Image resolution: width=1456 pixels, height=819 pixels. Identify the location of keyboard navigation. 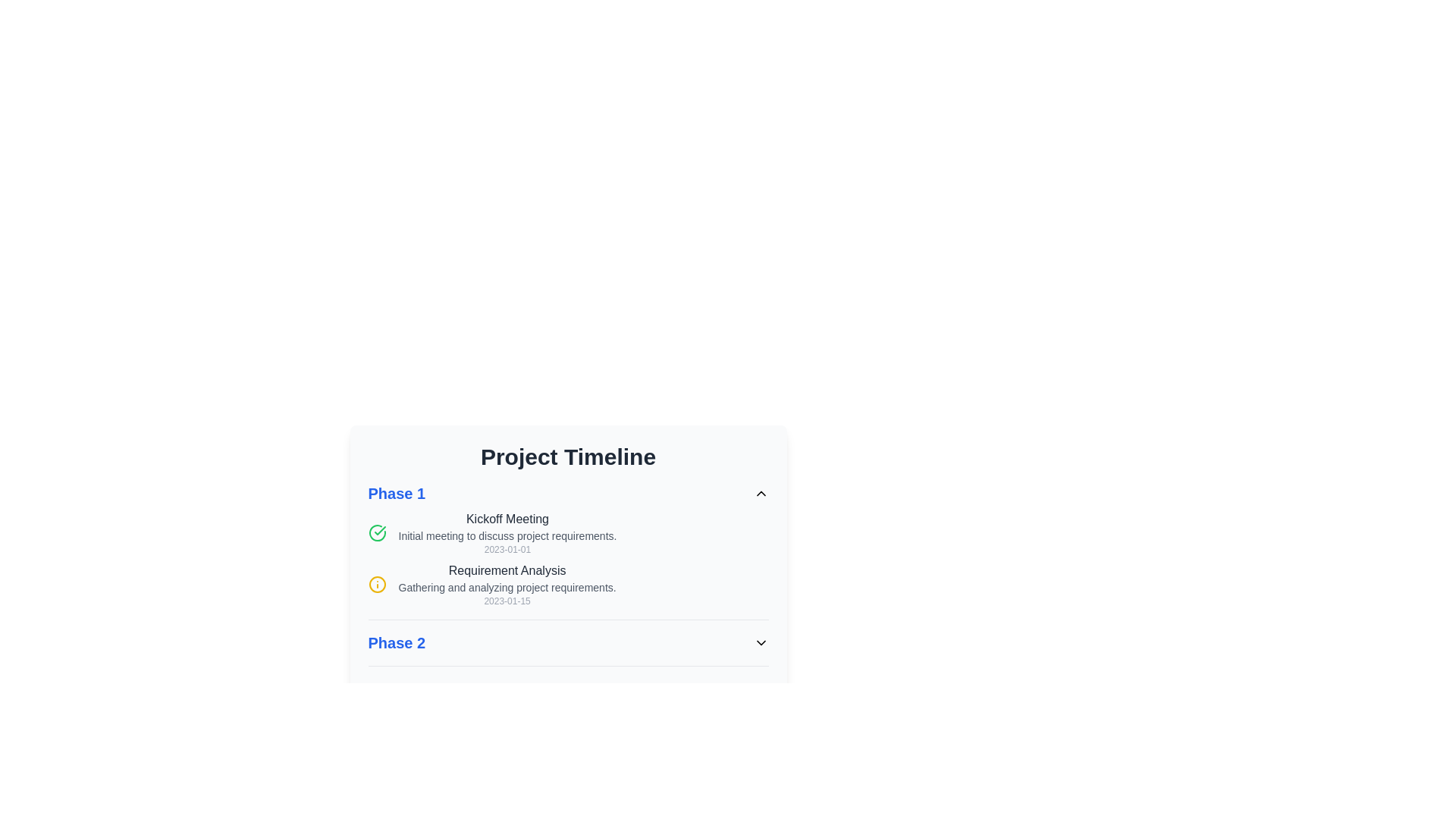
(567, 532).